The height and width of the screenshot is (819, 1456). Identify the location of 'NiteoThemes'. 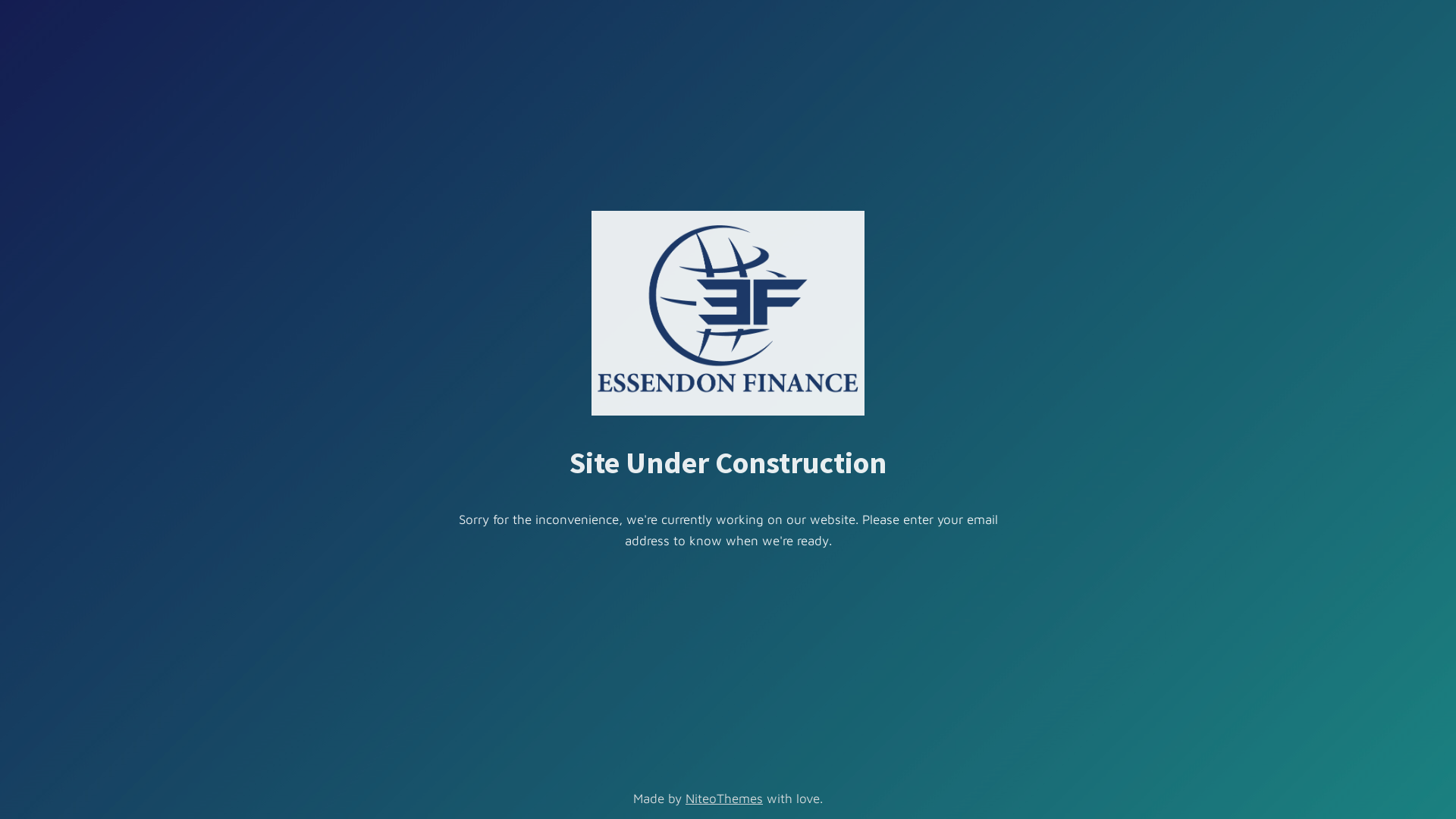
(684, 798).